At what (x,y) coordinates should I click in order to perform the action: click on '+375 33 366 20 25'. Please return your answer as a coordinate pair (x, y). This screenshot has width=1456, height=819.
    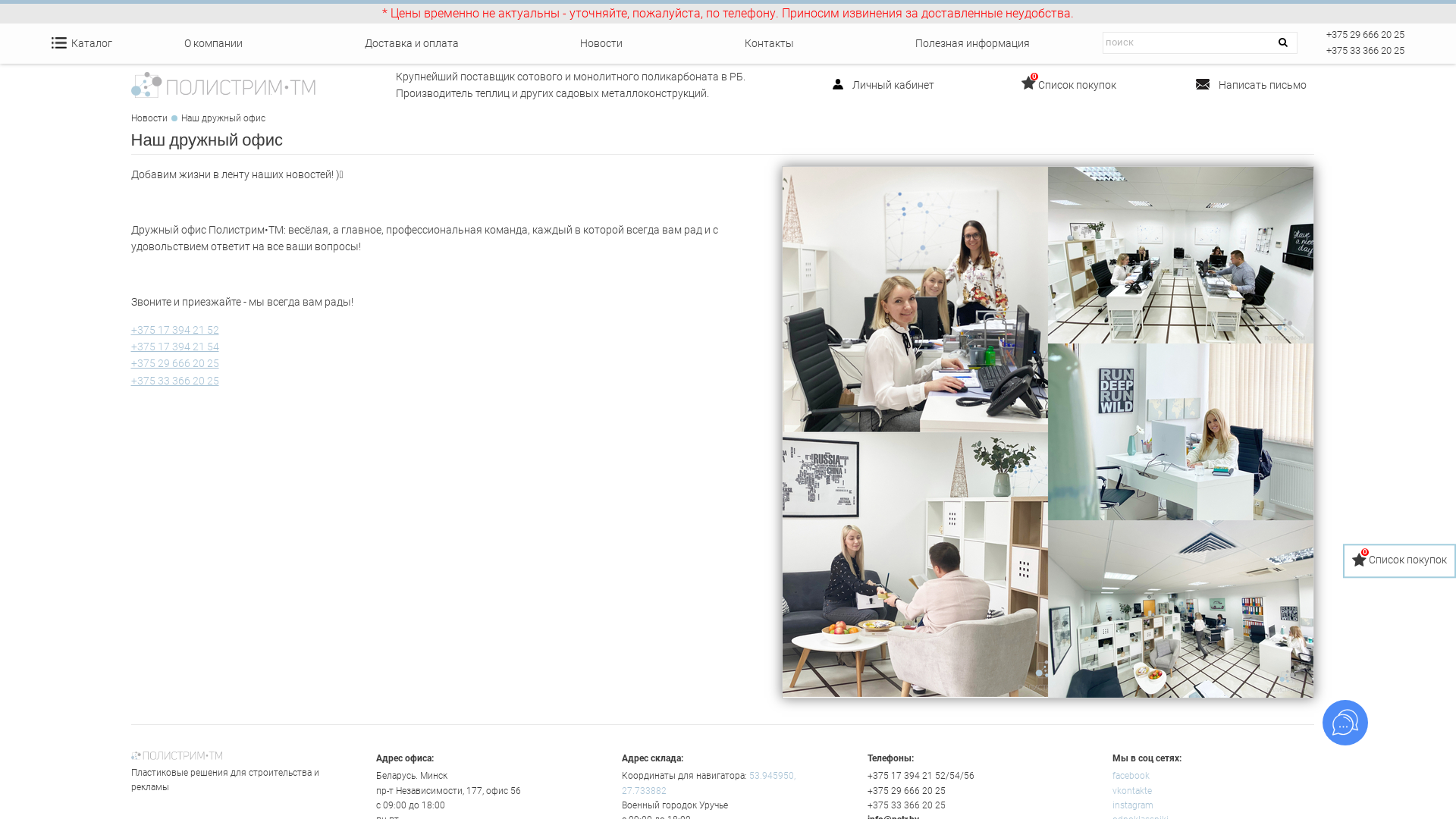
    Looking at the image, I should click on (906, 804).